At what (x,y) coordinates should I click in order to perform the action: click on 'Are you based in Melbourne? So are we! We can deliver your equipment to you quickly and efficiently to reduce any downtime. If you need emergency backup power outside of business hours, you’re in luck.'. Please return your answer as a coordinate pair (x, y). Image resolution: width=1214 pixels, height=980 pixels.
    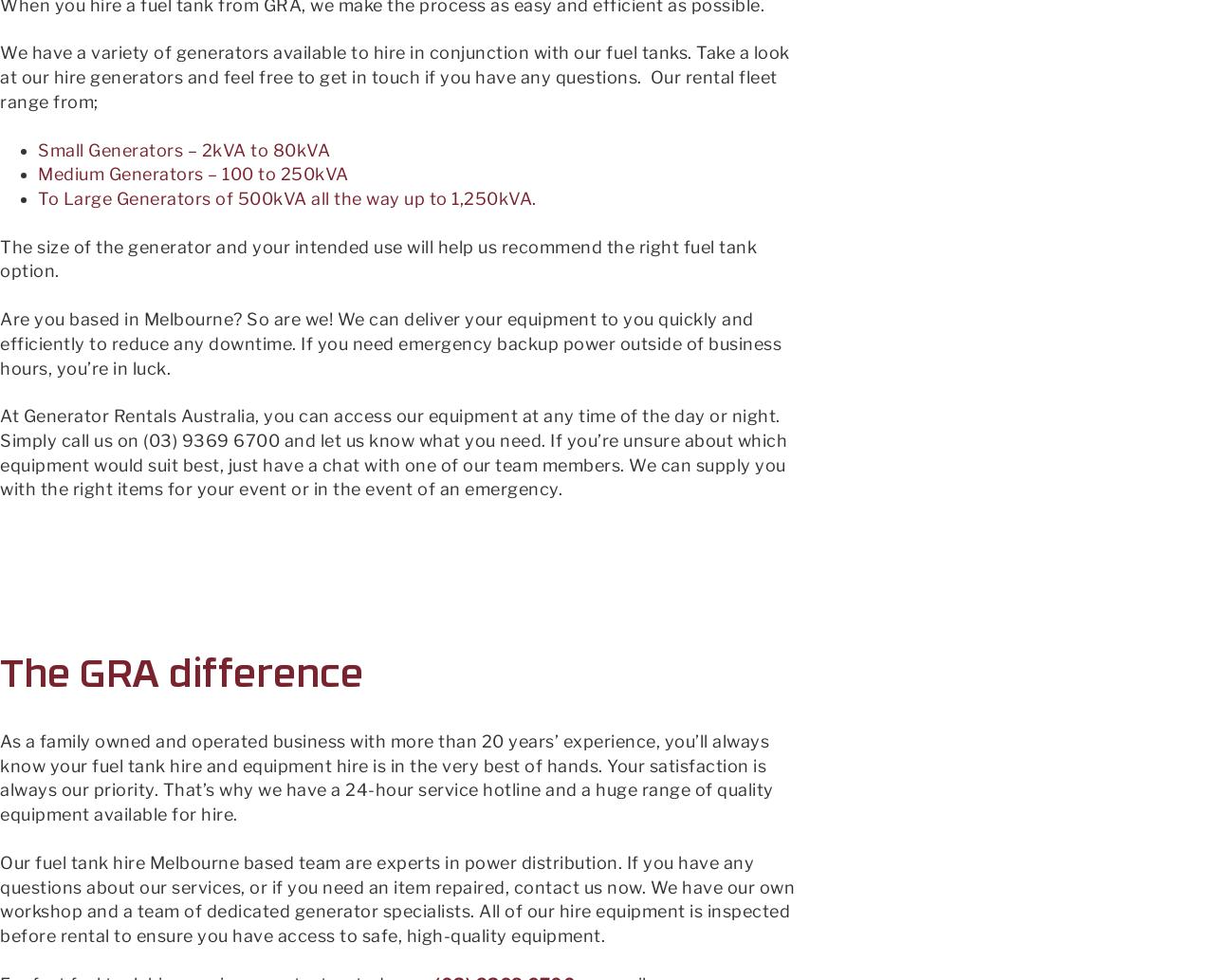
    Looking at the image, I should click on (390, 342).